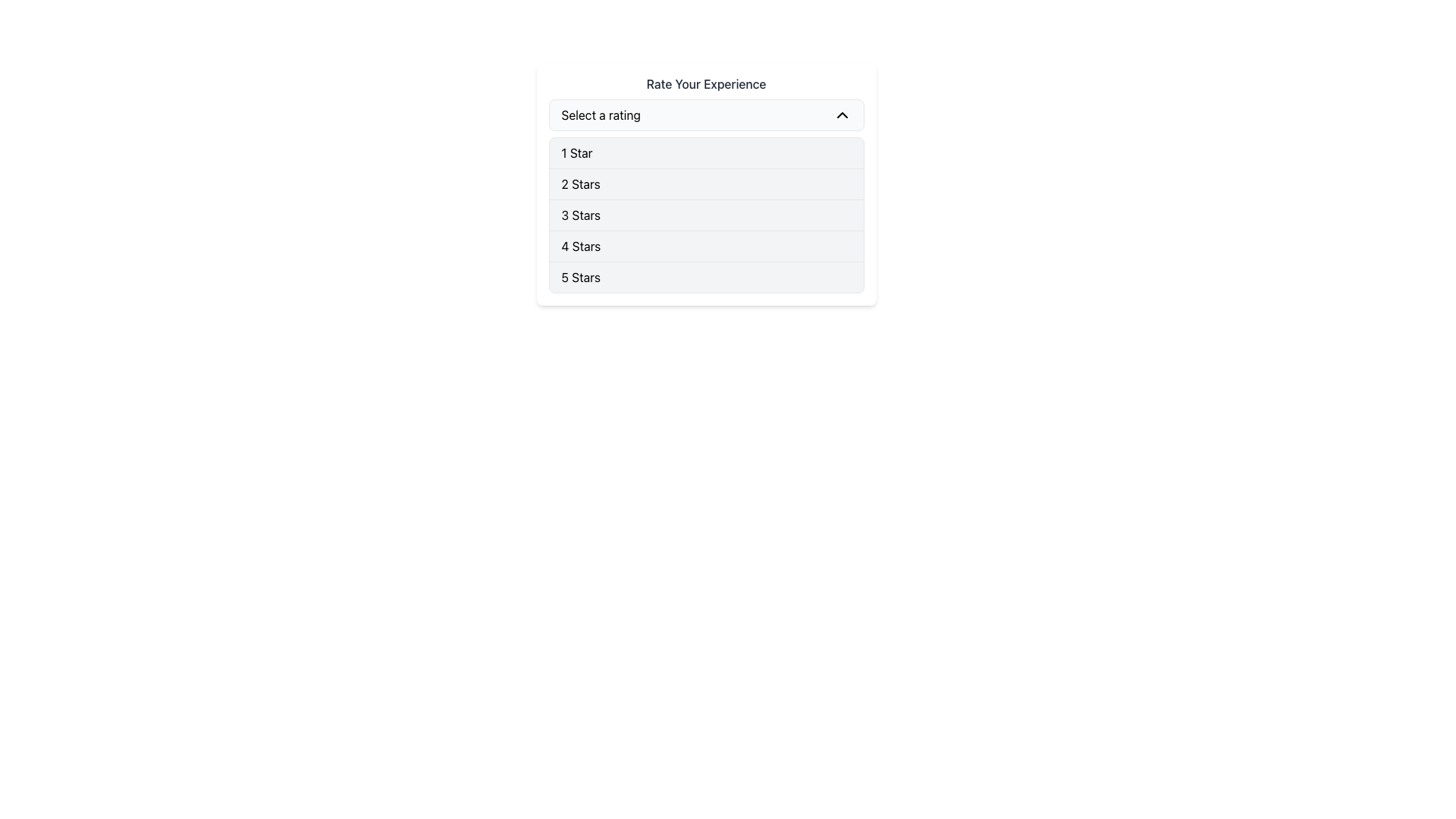 This screenshot has height=819, width=1456. I want to click on the clickable list item displaying '5 Stars', so click(705, 277).